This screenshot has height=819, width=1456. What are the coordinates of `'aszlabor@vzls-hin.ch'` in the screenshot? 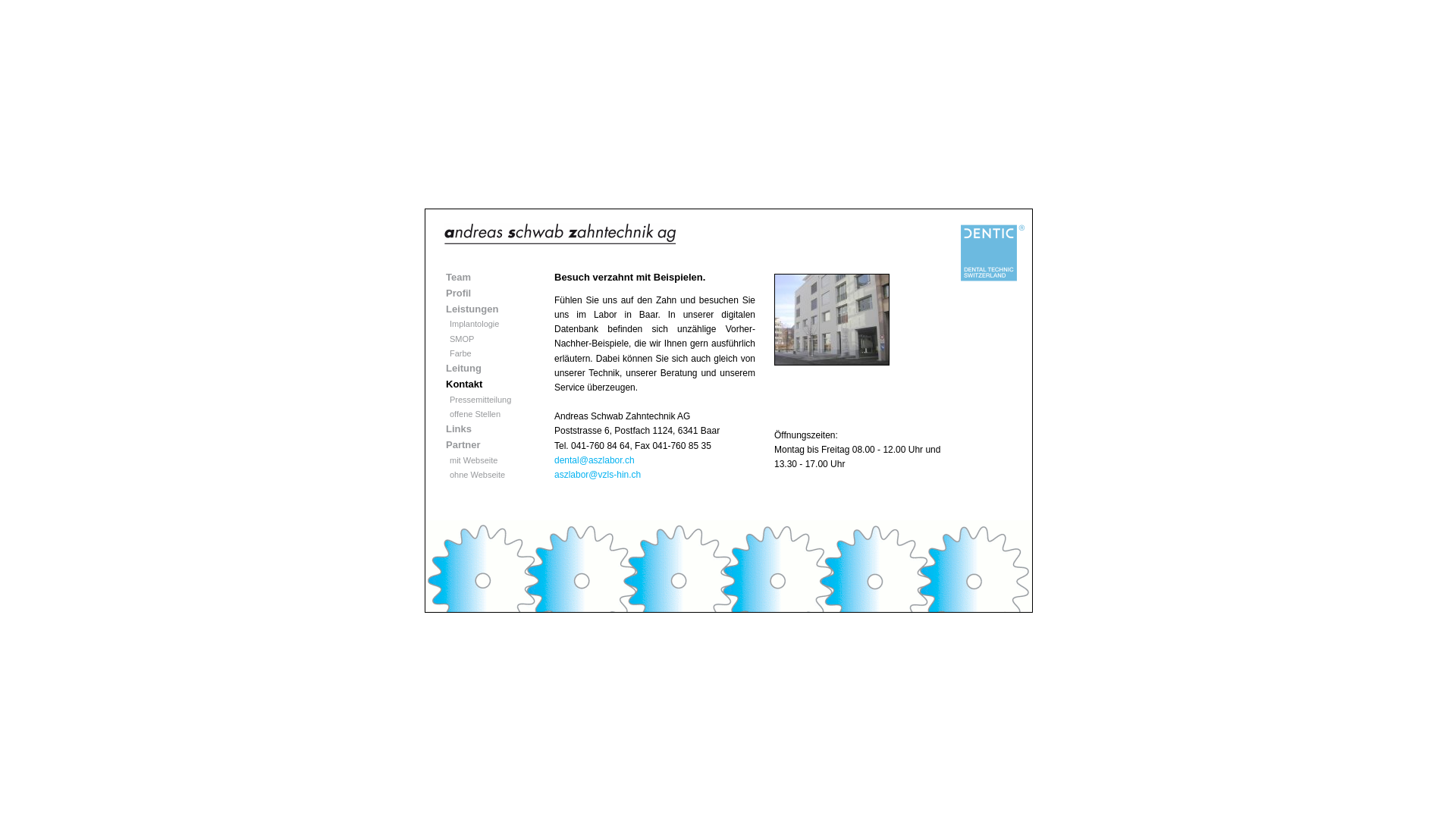 It's located at (596, 473).